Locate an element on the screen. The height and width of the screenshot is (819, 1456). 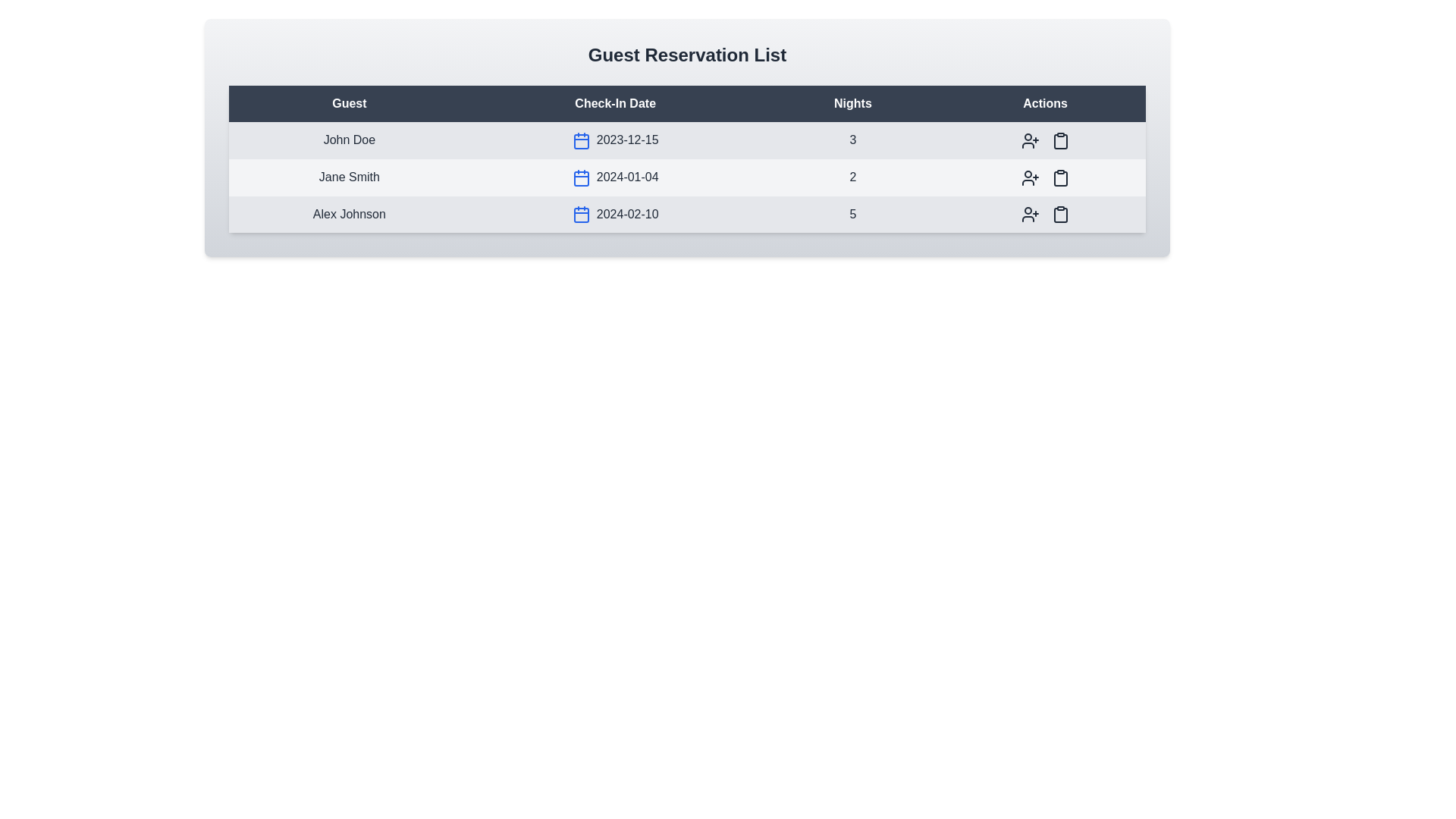
the icon that visually indicates the relevance of the date '2024-02-10' in the last row of the 'Check-In Date' column in the 'Guest Reservation List' table is located at coordinates (580, 215).